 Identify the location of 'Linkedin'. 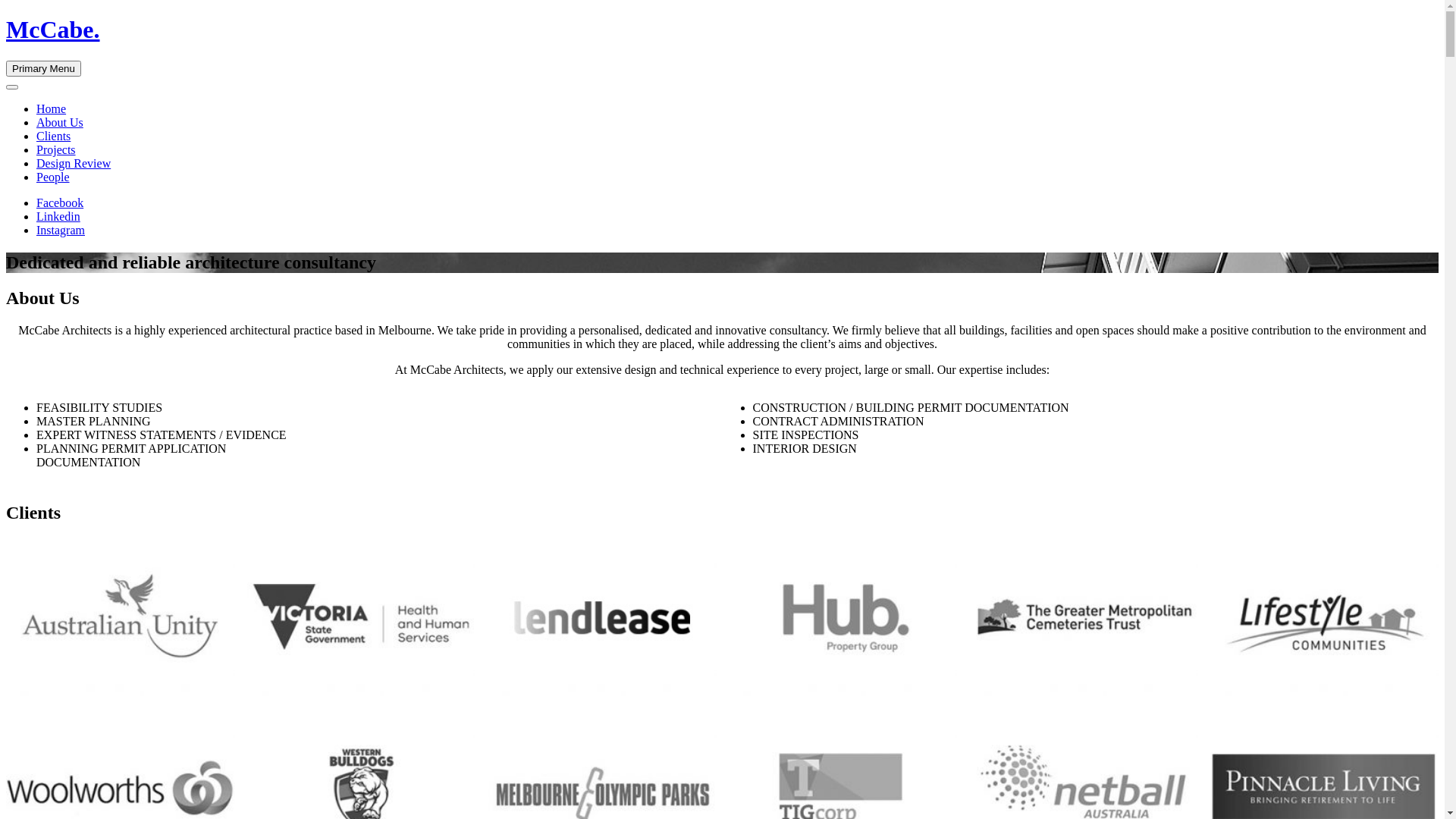
(58, 216).